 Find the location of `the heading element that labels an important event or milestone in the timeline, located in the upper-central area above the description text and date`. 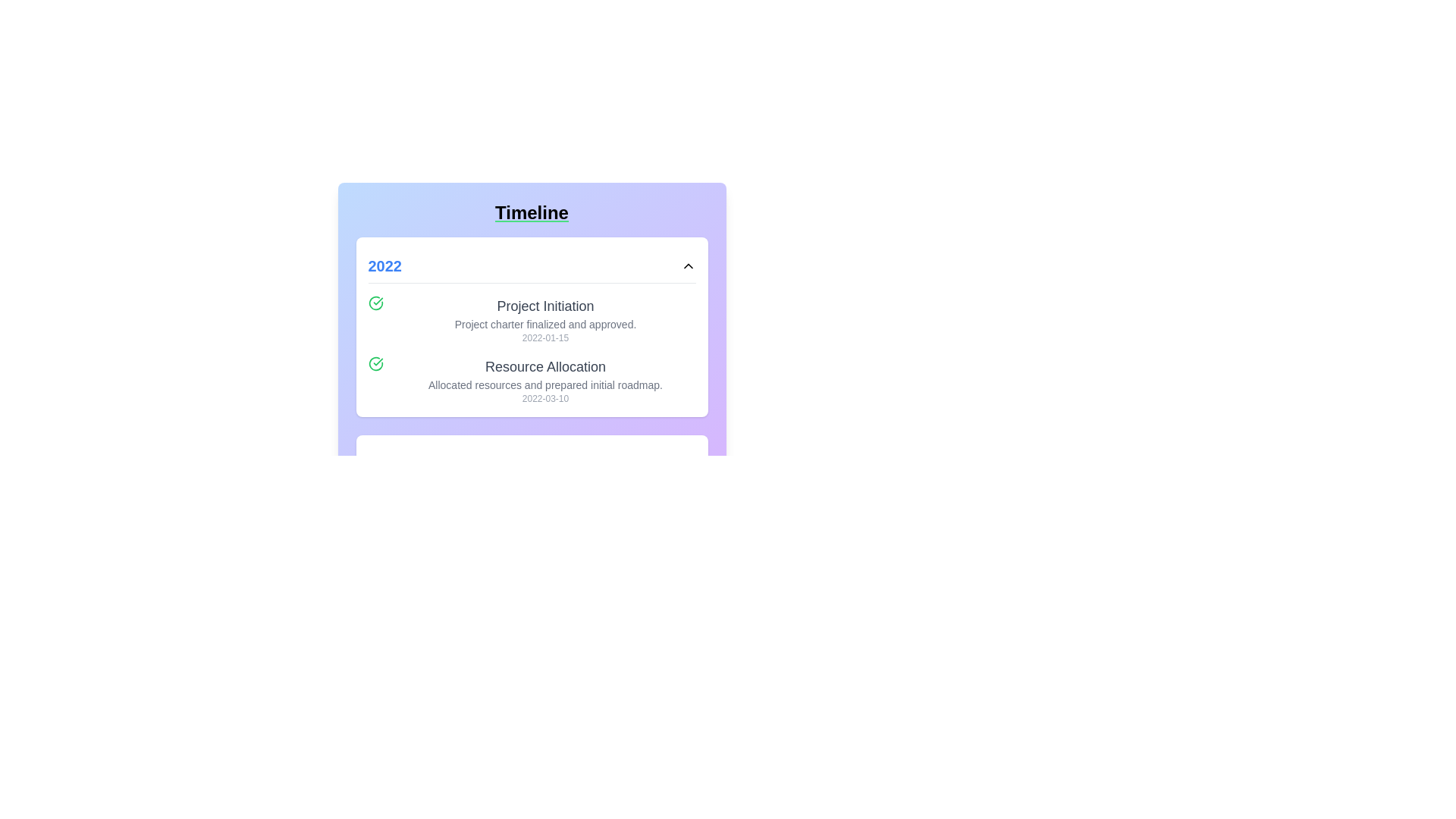

the heading element that labels an important event or milestone in the timeline, located in the upper-central area above the description text and date is located at coordinates (545, 306).